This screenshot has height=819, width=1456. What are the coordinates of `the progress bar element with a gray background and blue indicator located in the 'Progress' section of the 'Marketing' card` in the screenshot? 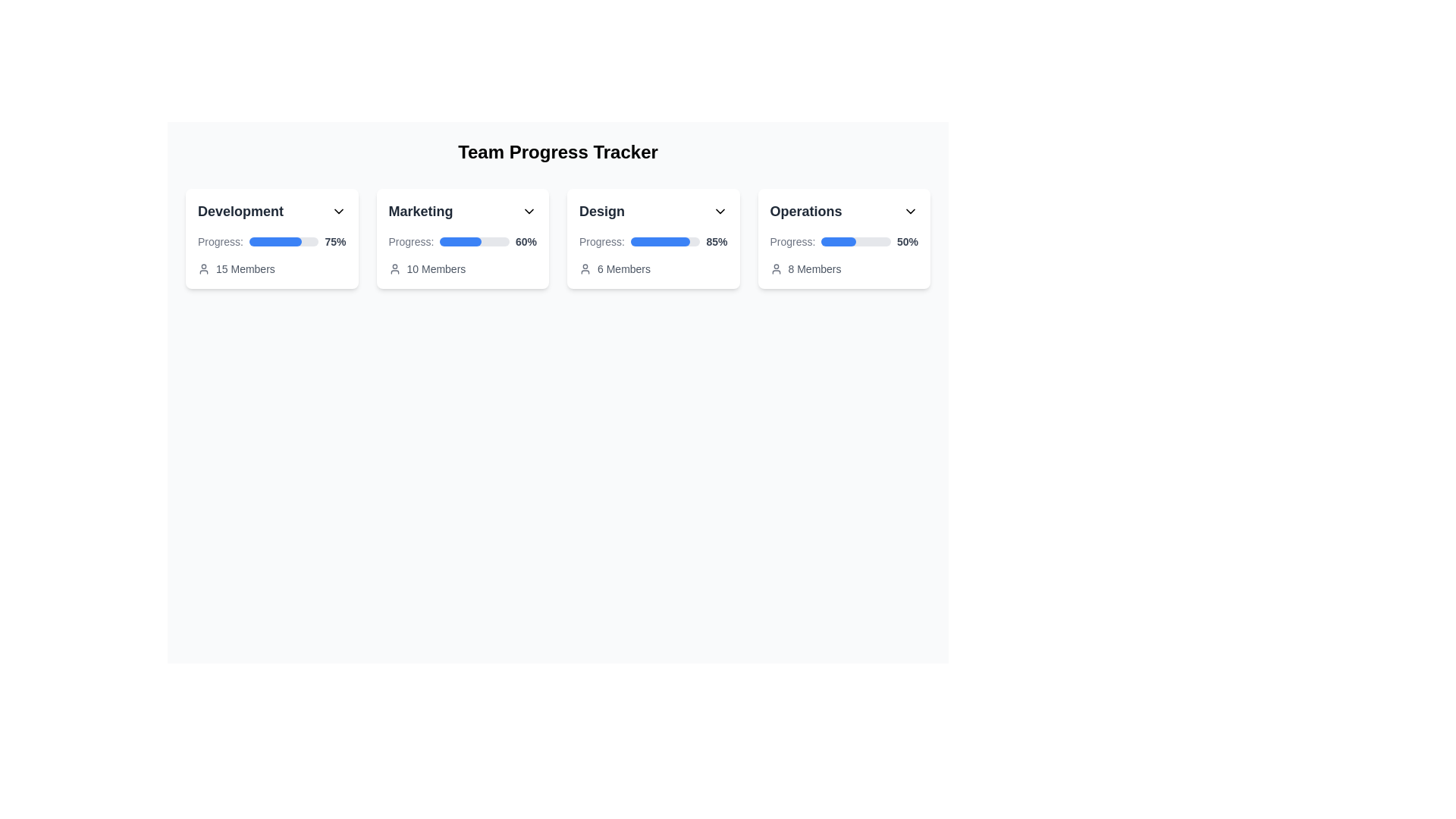 It's located at (474, 241).